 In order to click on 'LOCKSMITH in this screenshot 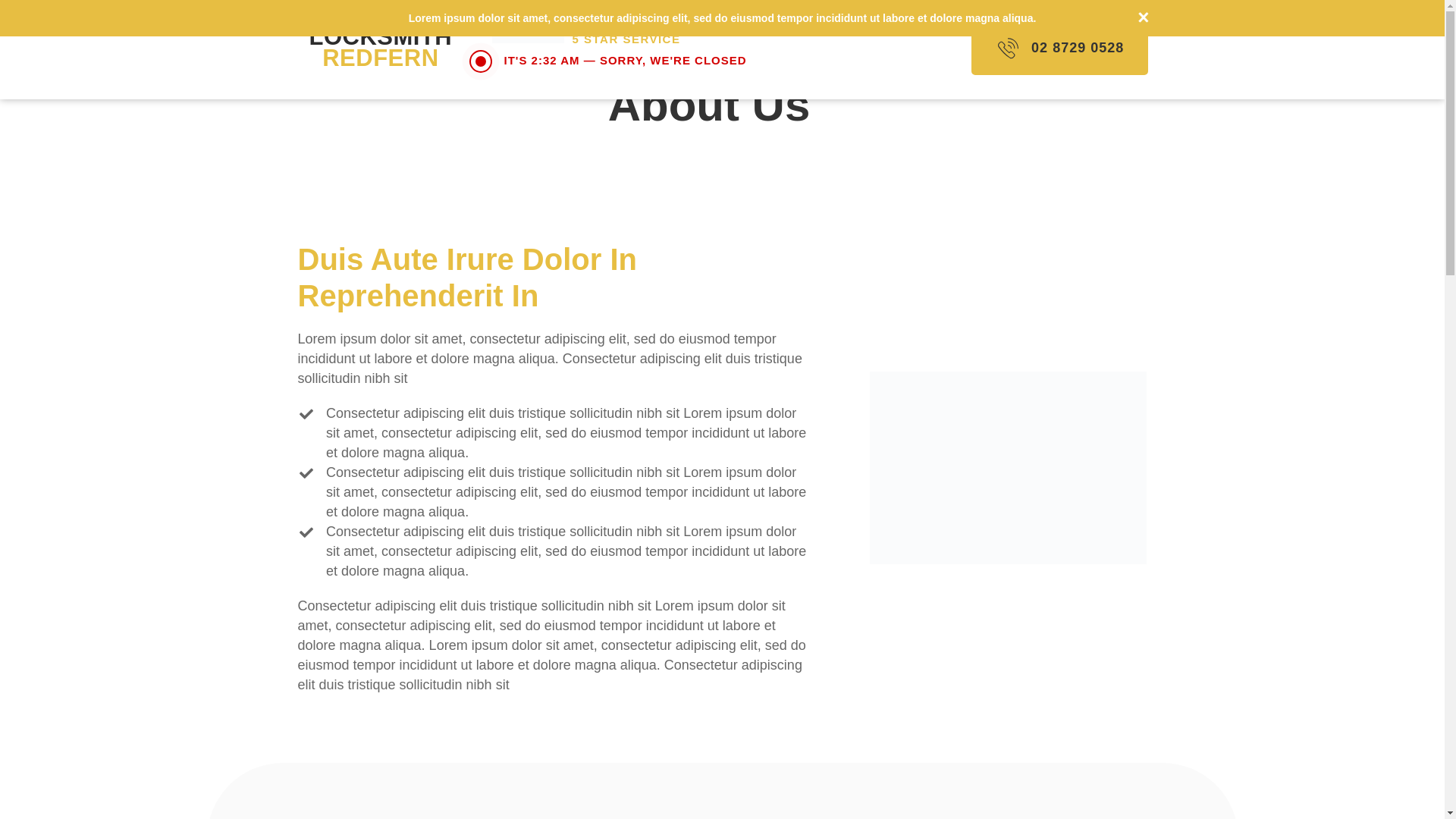, I will do `click(309, 46)`.